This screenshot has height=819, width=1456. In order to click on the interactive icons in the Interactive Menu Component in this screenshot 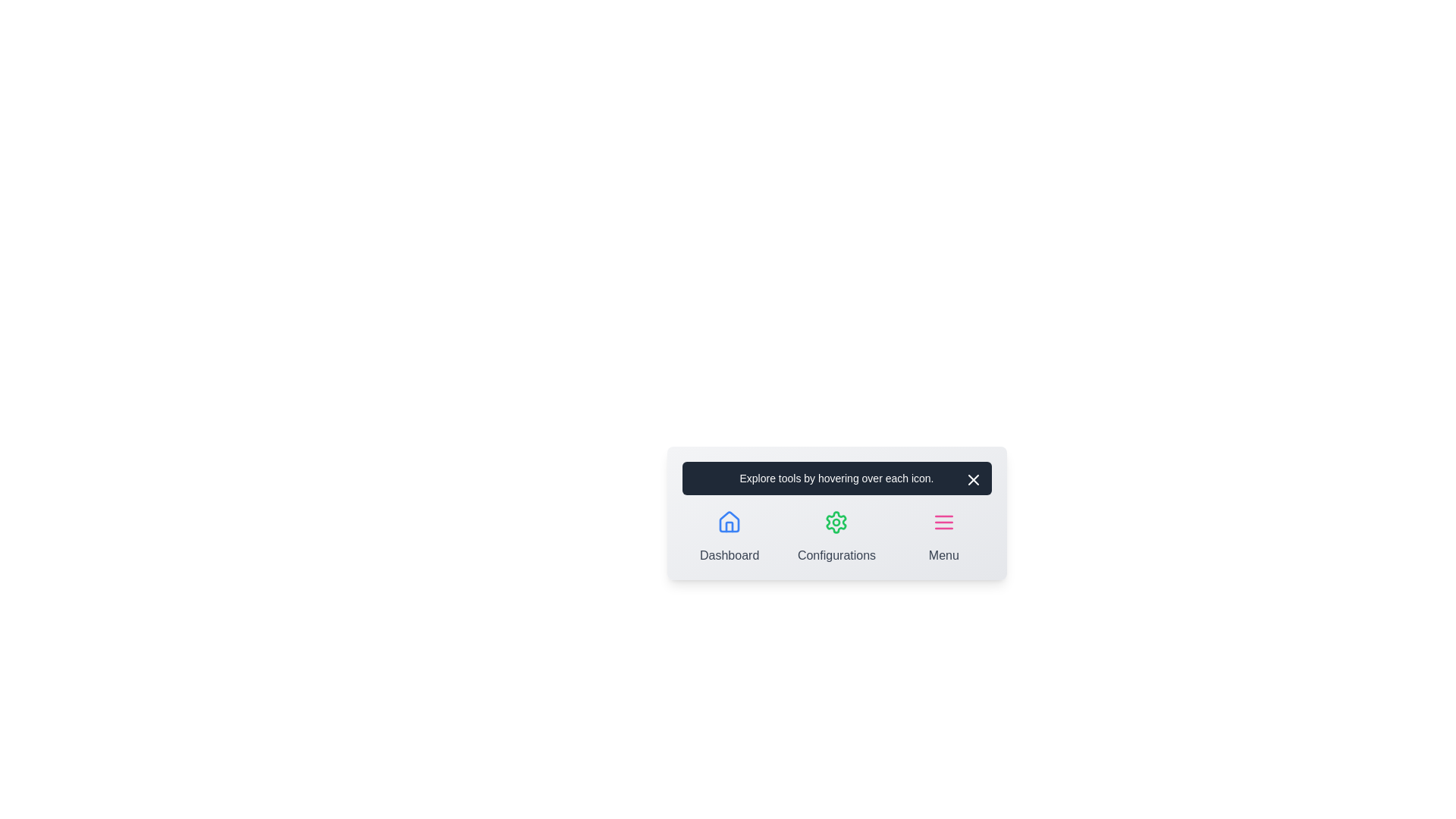, I will do `click(836, 513)`.